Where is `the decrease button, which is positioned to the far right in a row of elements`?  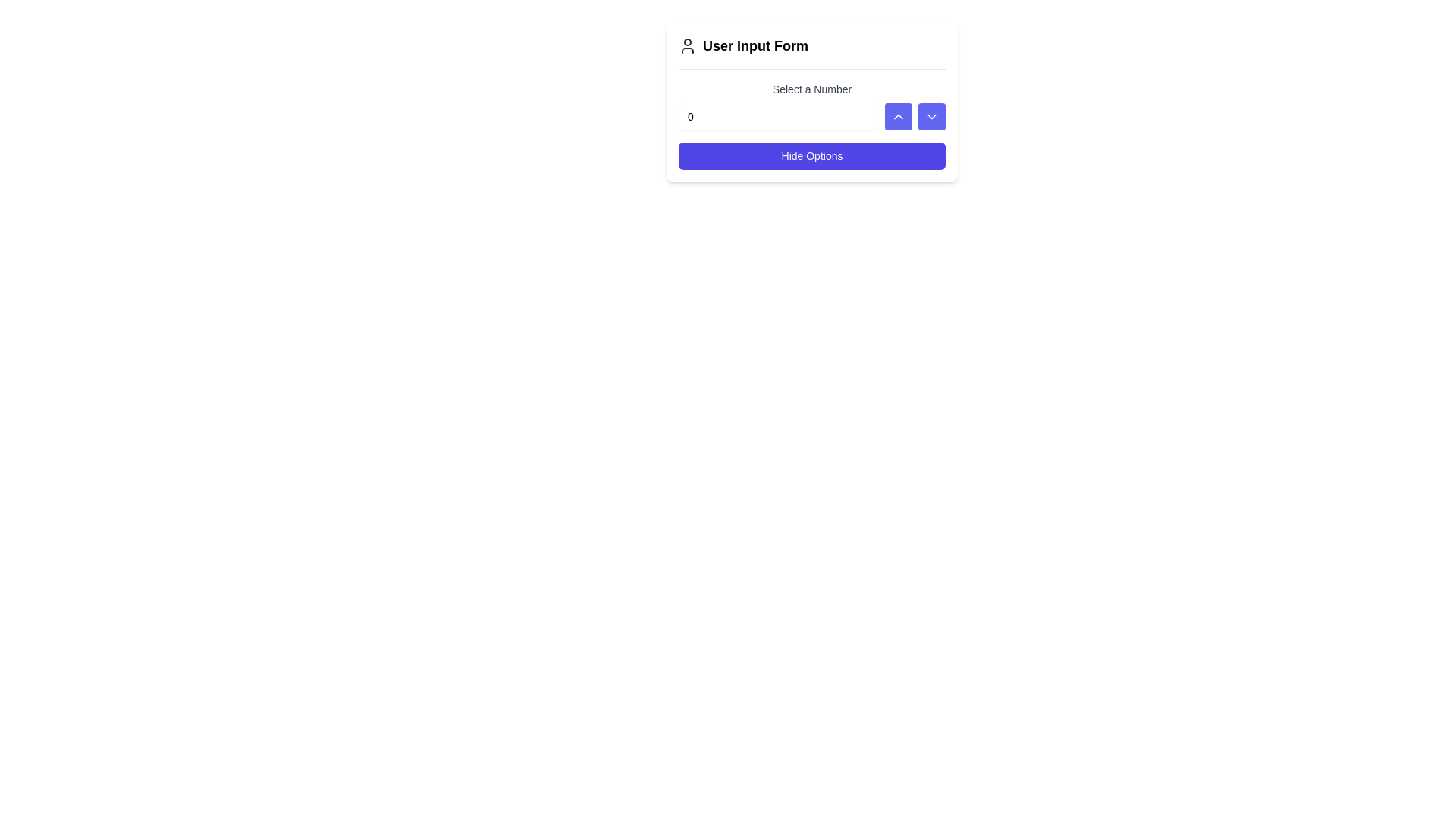 the decrease button, which is positioned to the far right in a row of elements is located at coordinates (930, 116).